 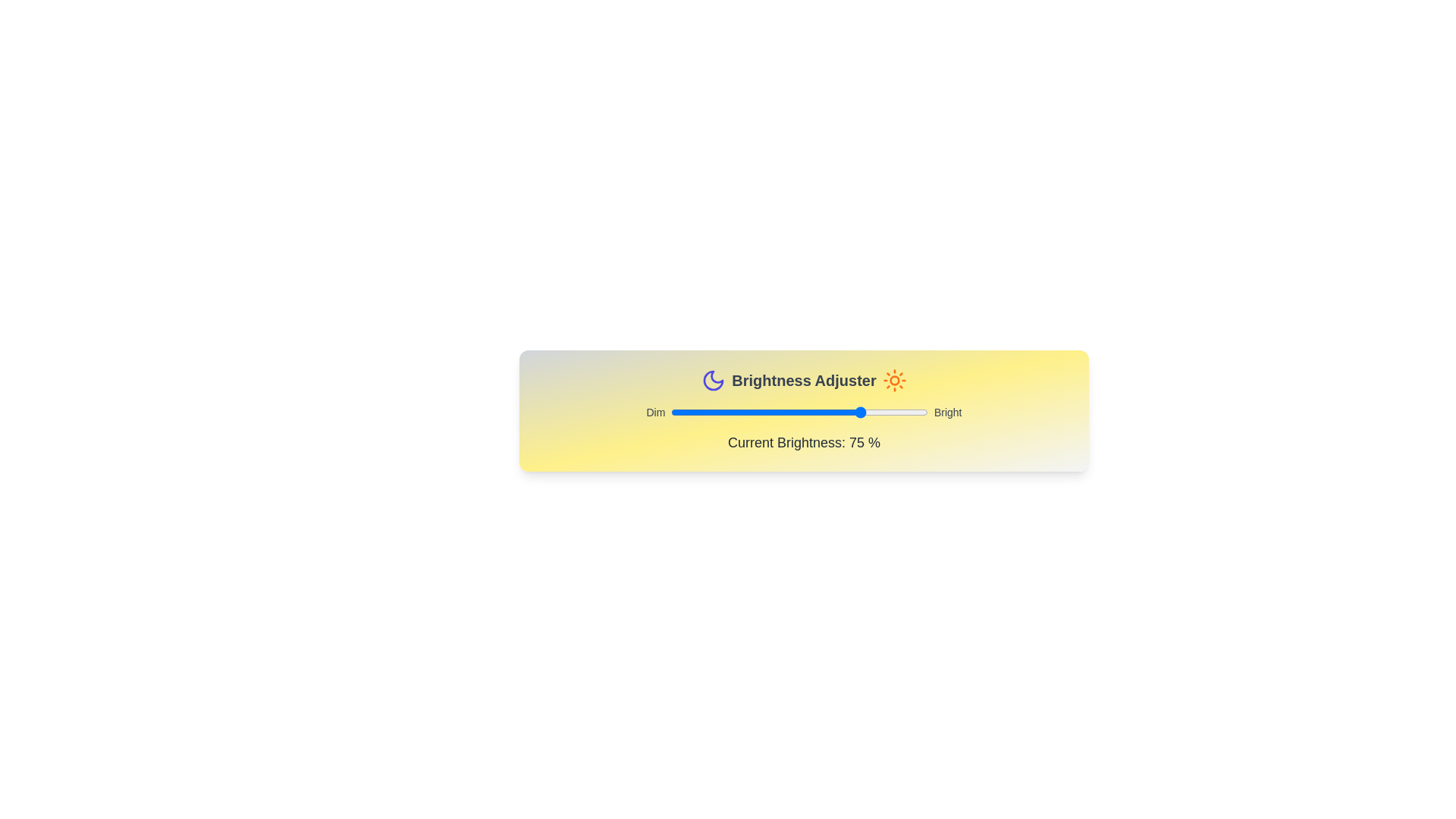 What do you see at coordinates (712, 379) in the screenshot?
I see `the Moon icon to simulate interaction` at bounding box center [712, 379].